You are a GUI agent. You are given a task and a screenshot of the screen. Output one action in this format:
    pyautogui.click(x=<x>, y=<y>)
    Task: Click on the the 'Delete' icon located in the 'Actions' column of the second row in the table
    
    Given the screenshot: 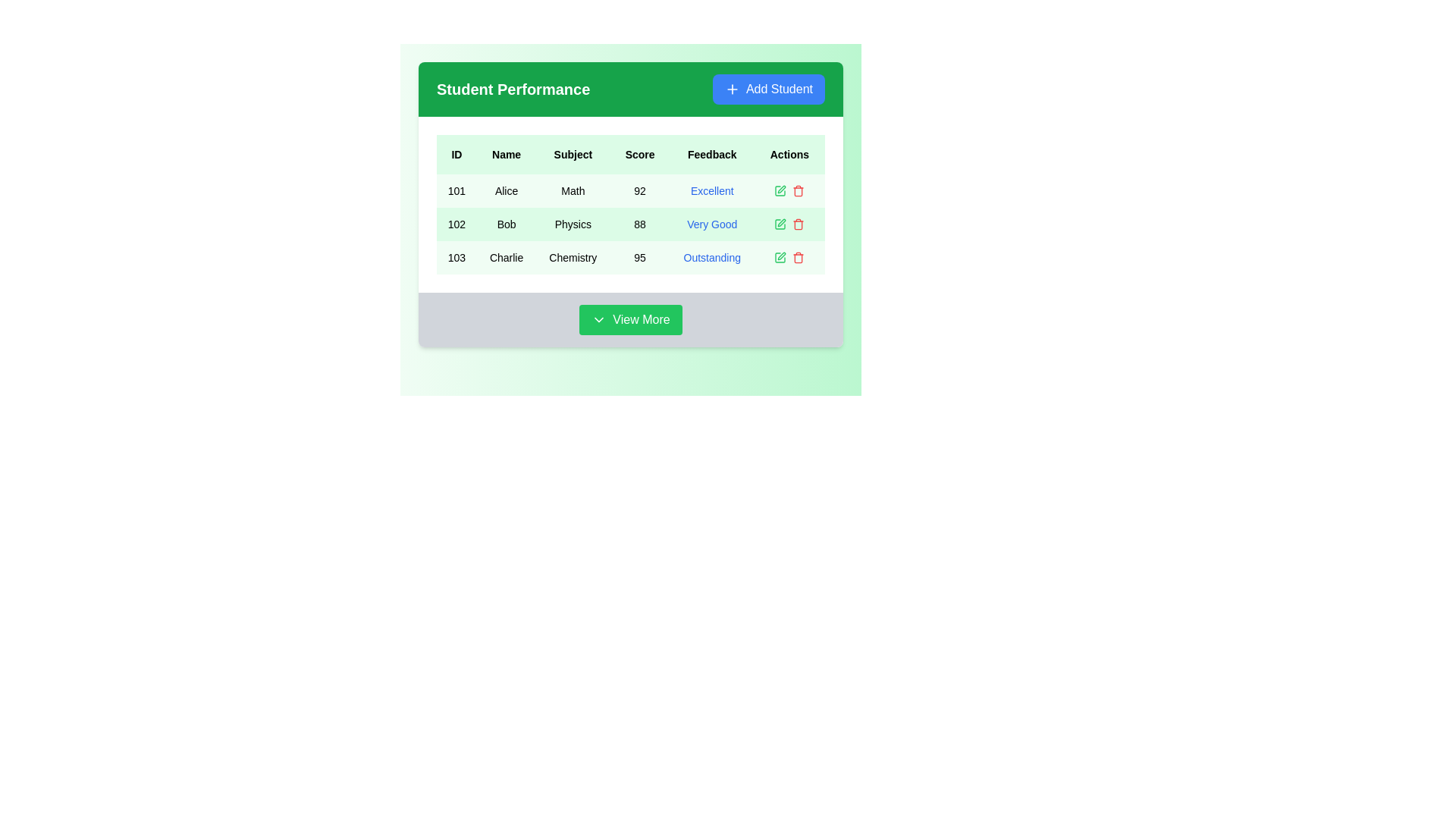 What is the action you would take?
    pyautogui.click(x=798, y=225)
    